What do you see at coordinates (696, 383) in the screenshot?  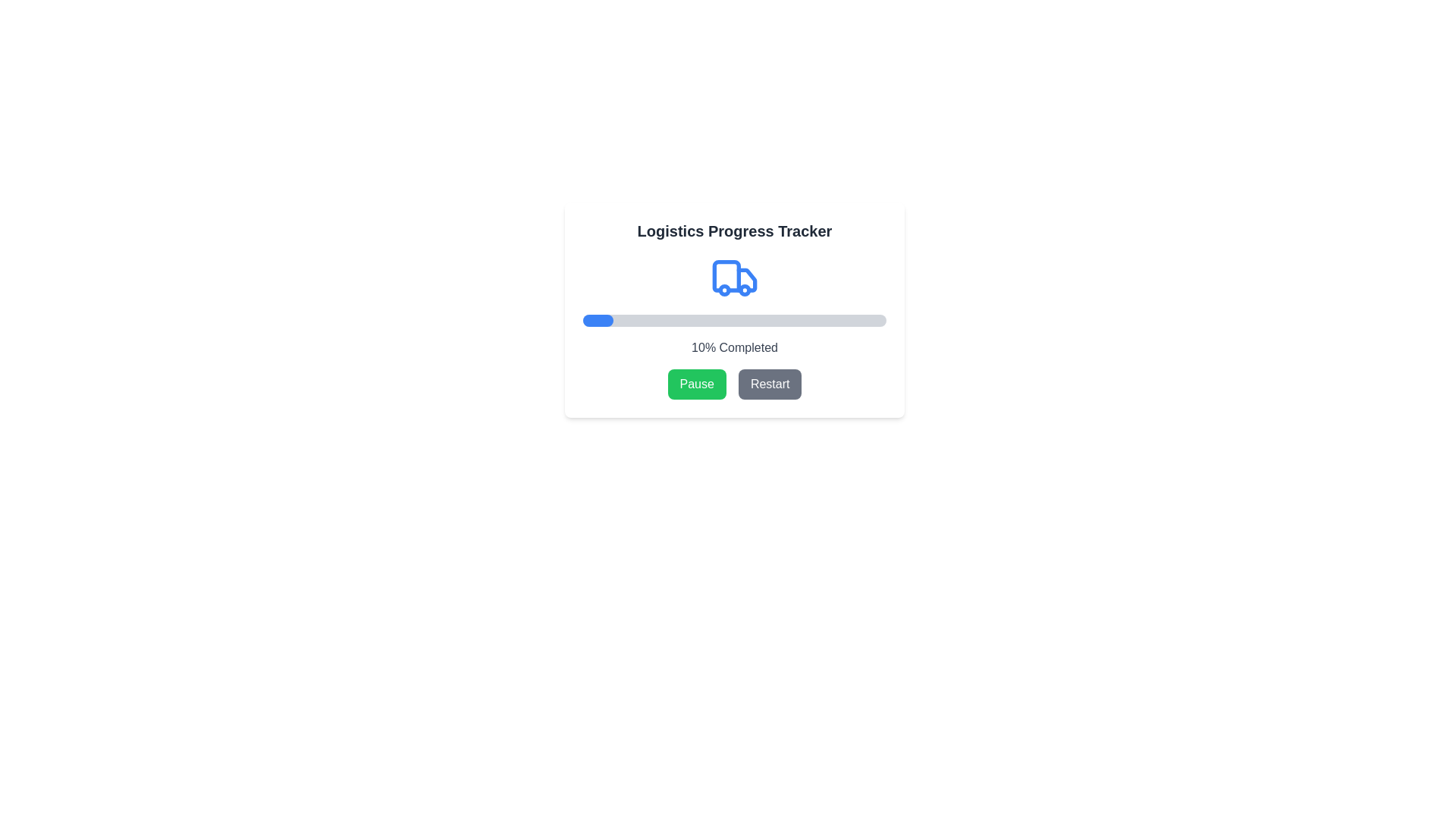 I see `the 'Pause' button, which is a rectangular button with a green background and white text, located towards the bottom-center of the interface` at bounding box center [696, 383].